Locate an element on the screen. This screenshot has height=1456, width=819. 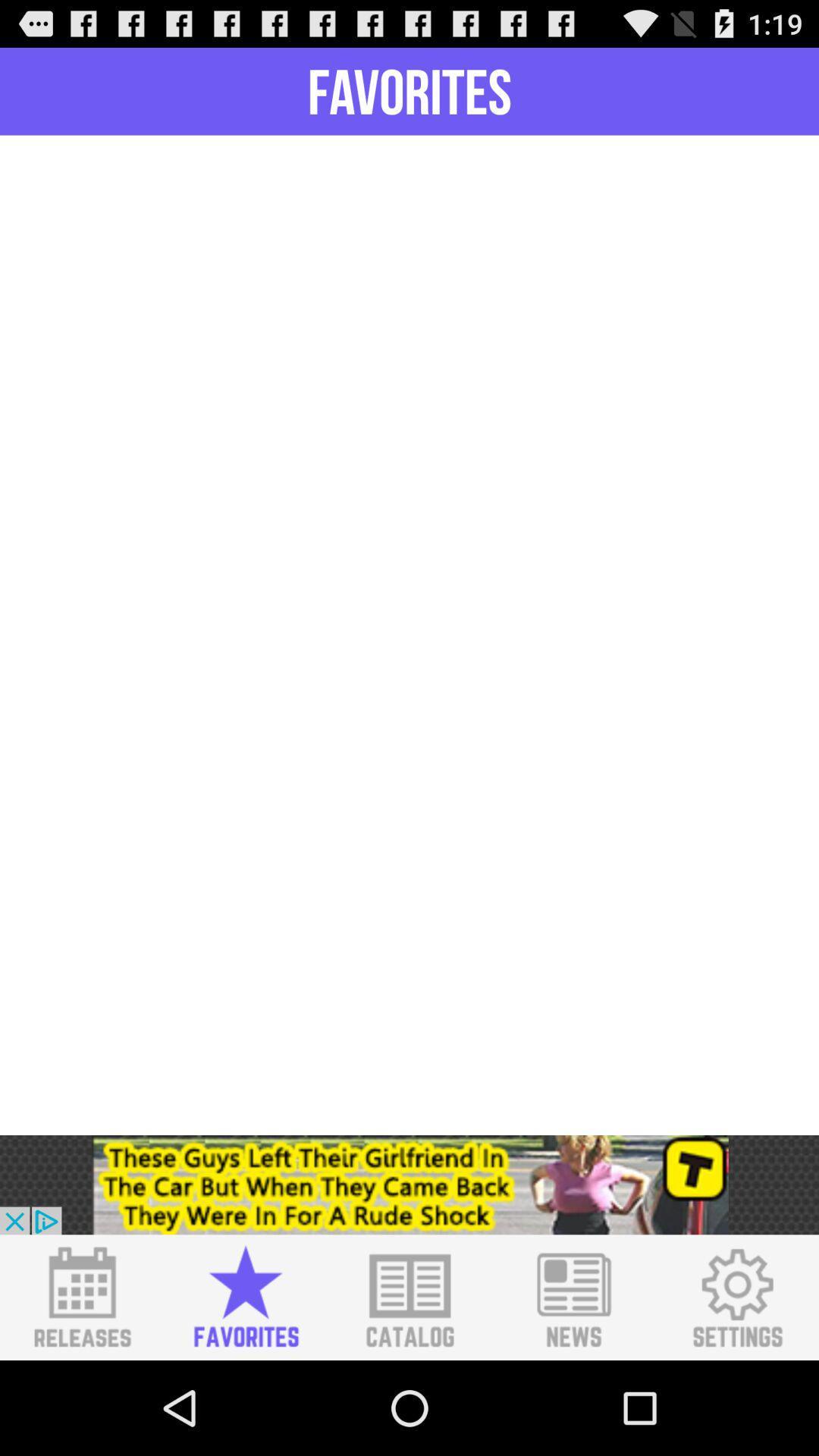
highlights the release option is located at coordinates (82, 1297).